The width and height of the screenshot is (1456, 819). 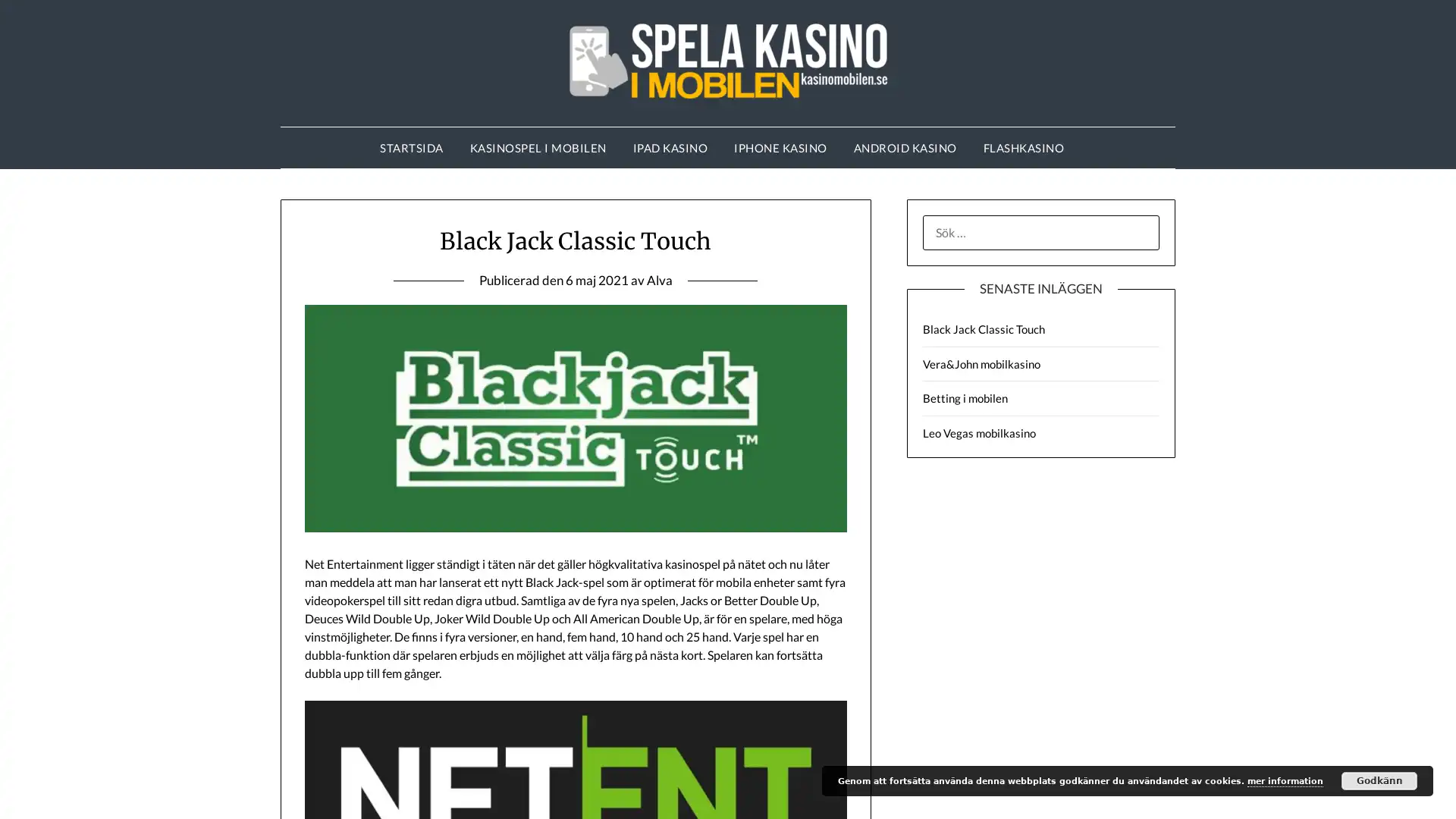 What do you see at coordinates (1379, 780) in the screenshot?
I see `Godkann` at bounding box center [1379, 780].